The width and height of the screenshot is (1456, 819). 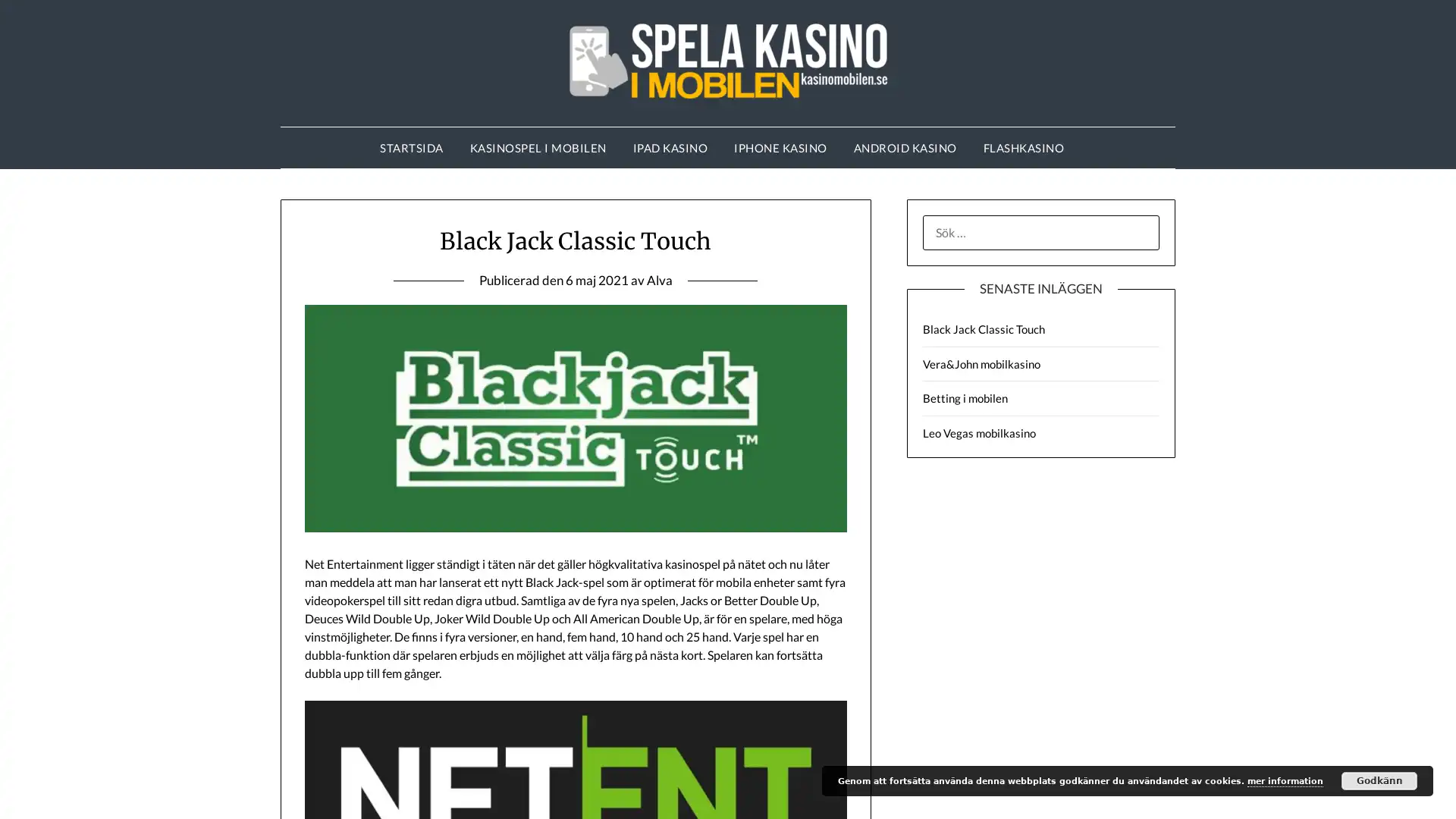 What do you see at coordinates (1379, 780) in the screenshot?
I see `Godkann` at bounding box center [1379, 780].